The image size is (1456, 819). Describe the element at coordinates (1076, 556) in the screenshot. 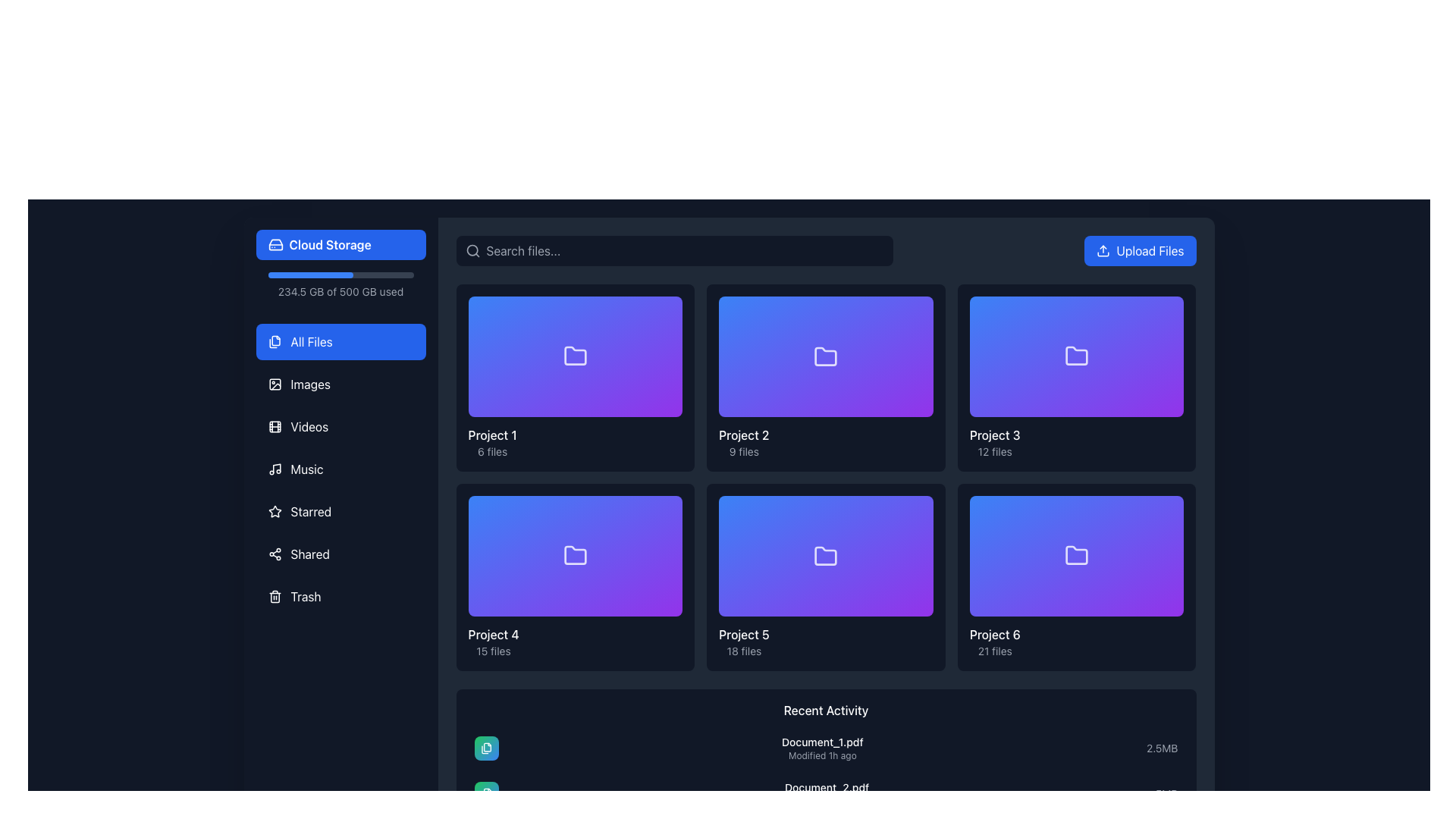

I see `the folder icon in the 'Project 6 - 21 files' card` at that location.